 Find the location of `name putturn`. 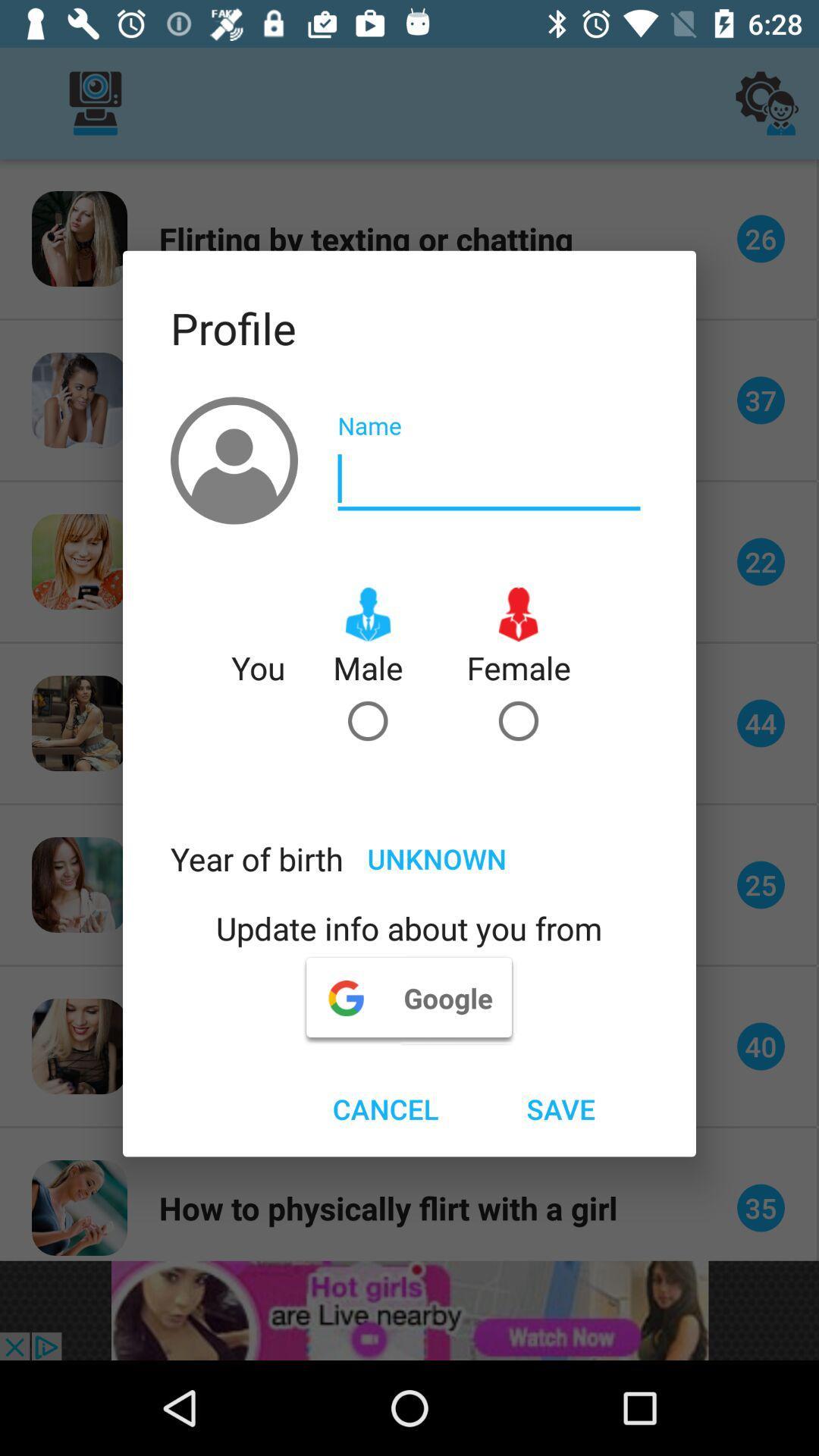

name putturn is located at coordinates (488, 479).